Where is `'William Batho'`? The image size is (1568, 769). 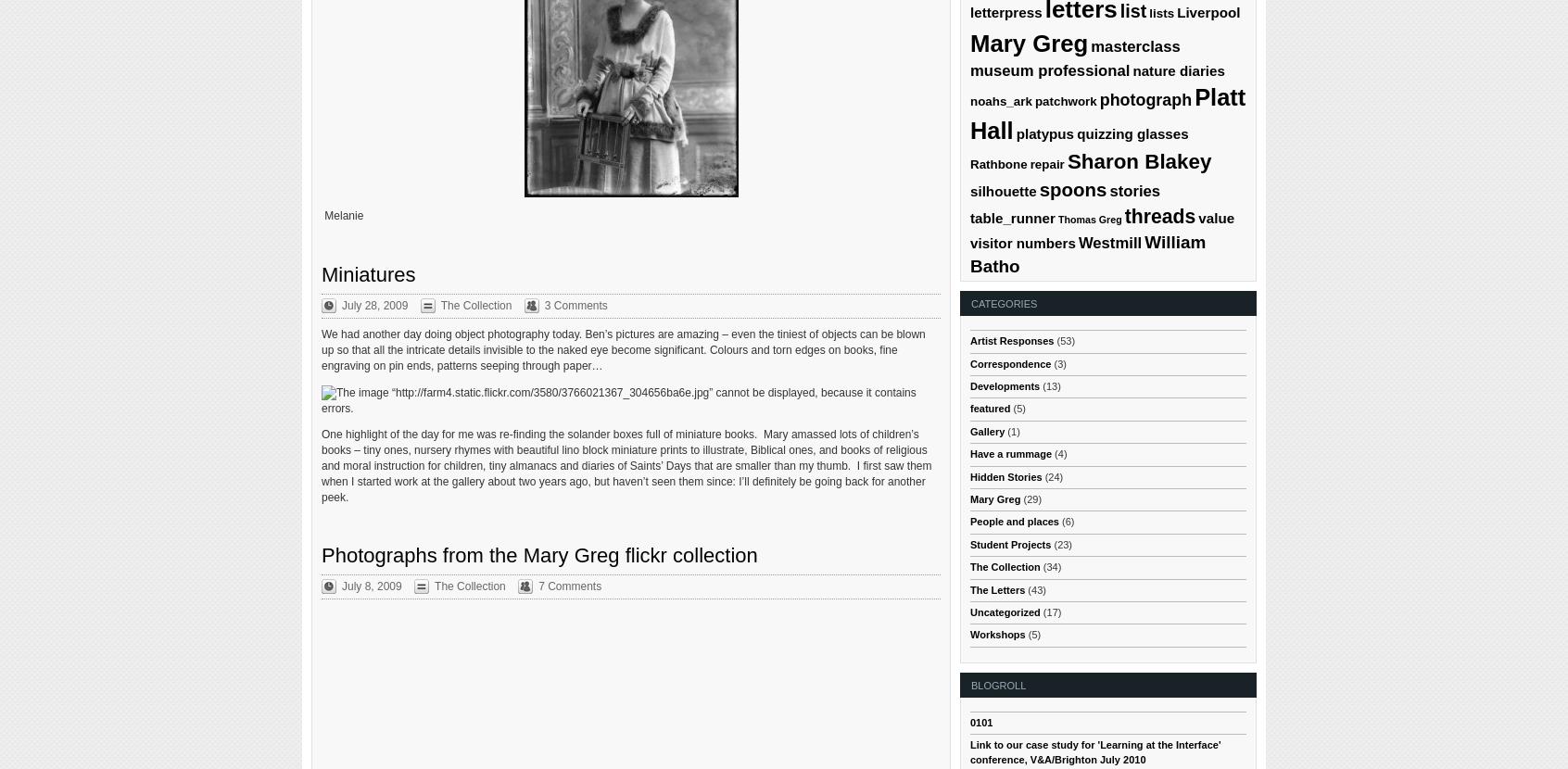
'William Batho' is located at coordinates (1087, 253).